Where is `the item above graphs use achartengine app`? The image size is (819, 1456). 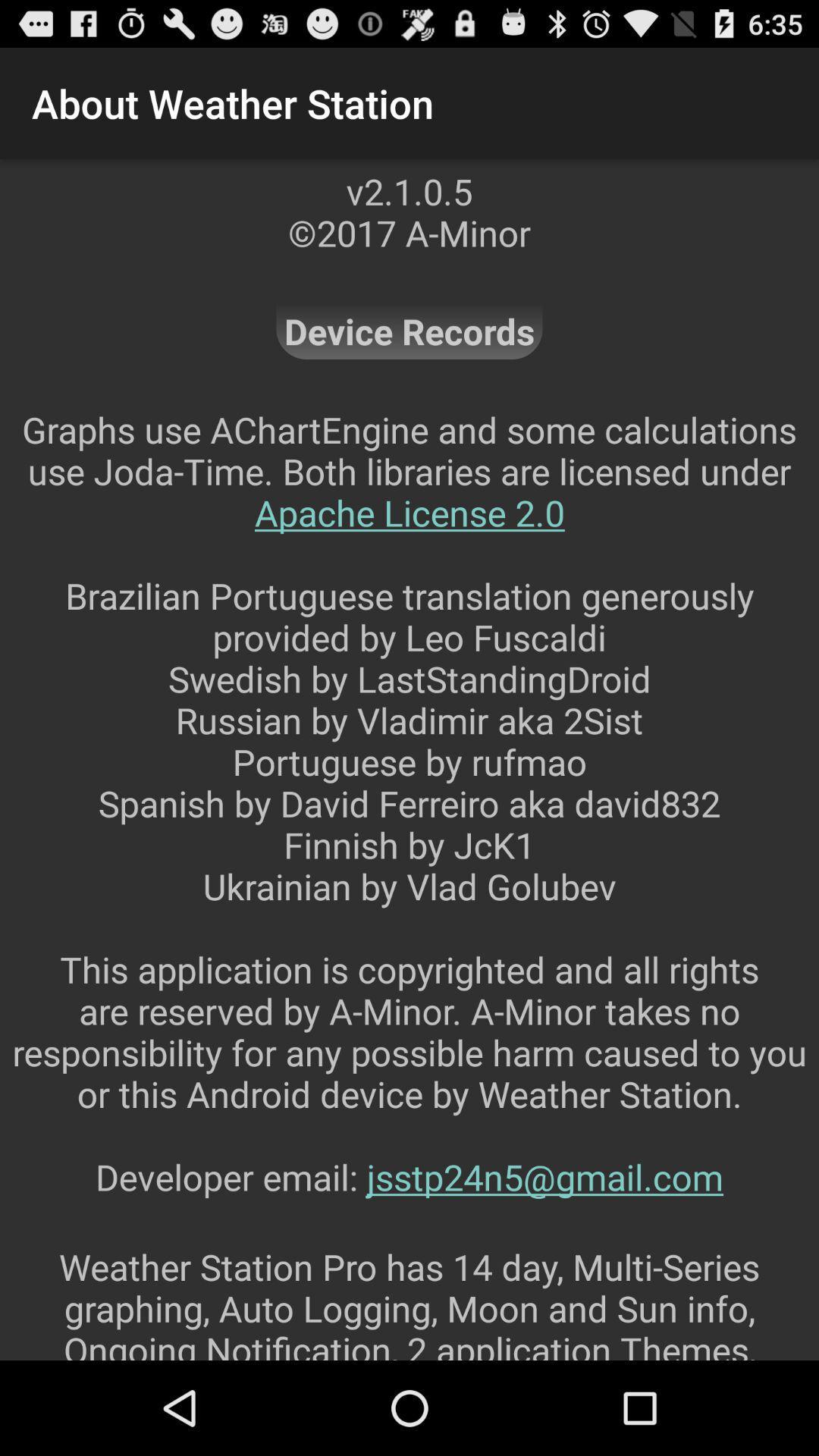
the item above graphs use achartengine app is located at coordinates (409, 330).